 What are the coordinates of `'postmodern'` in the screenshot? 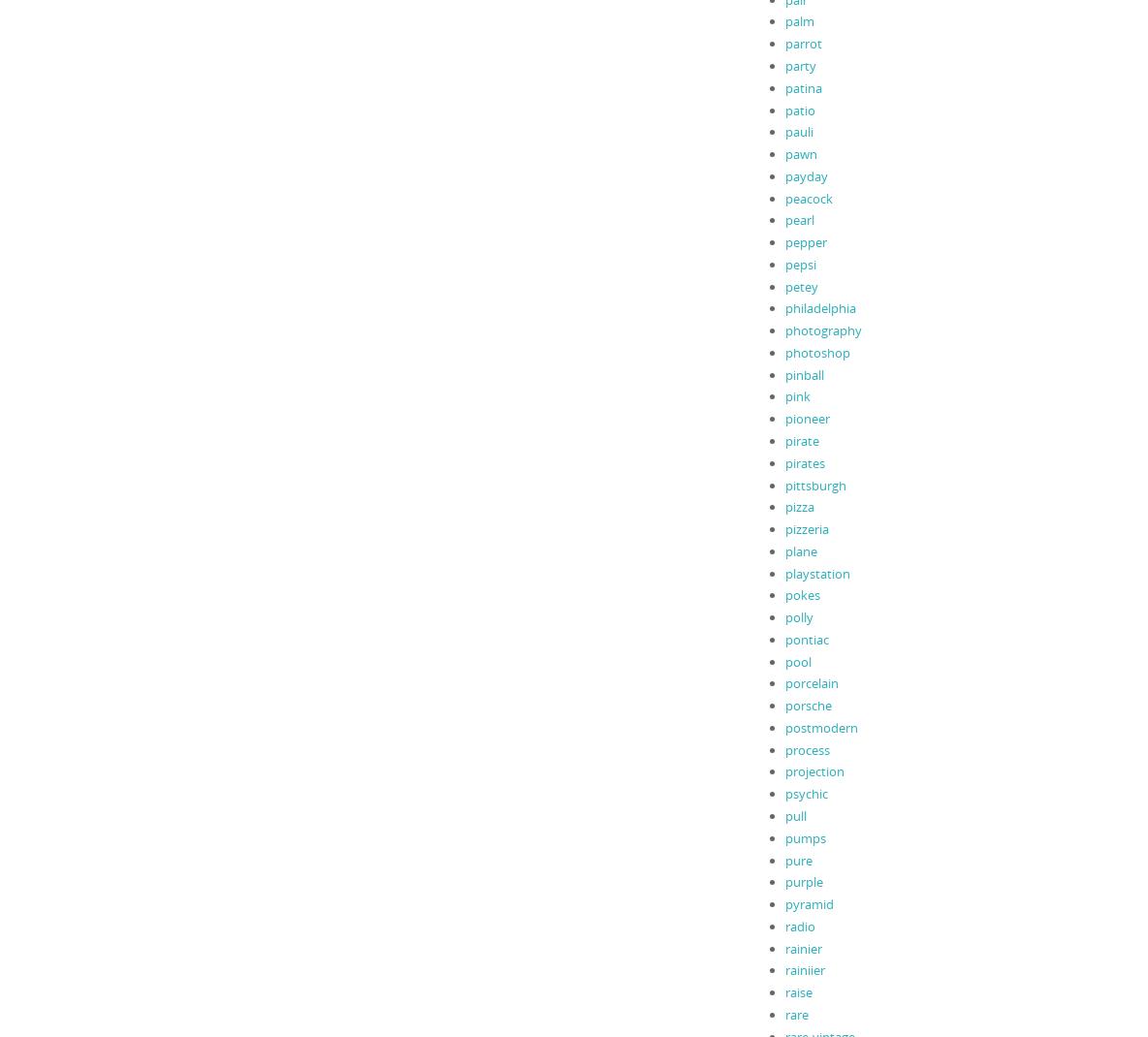 It's located at (820, 725).